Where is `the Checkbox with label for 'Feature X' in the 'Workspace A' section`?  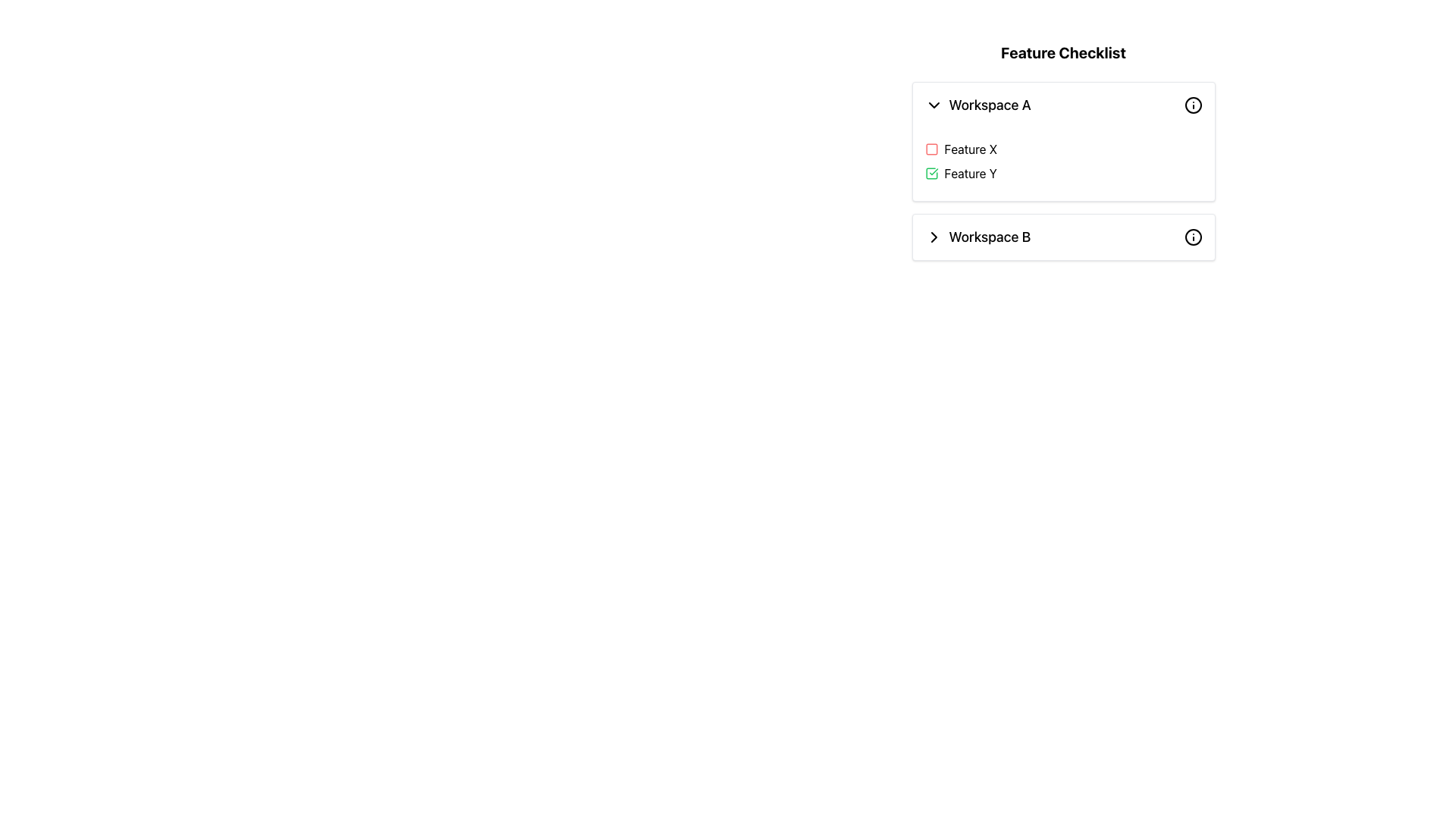
the Checkbox with label for 'Feature X' in the 'Workspace A' section is located at coordinates (960, 149).